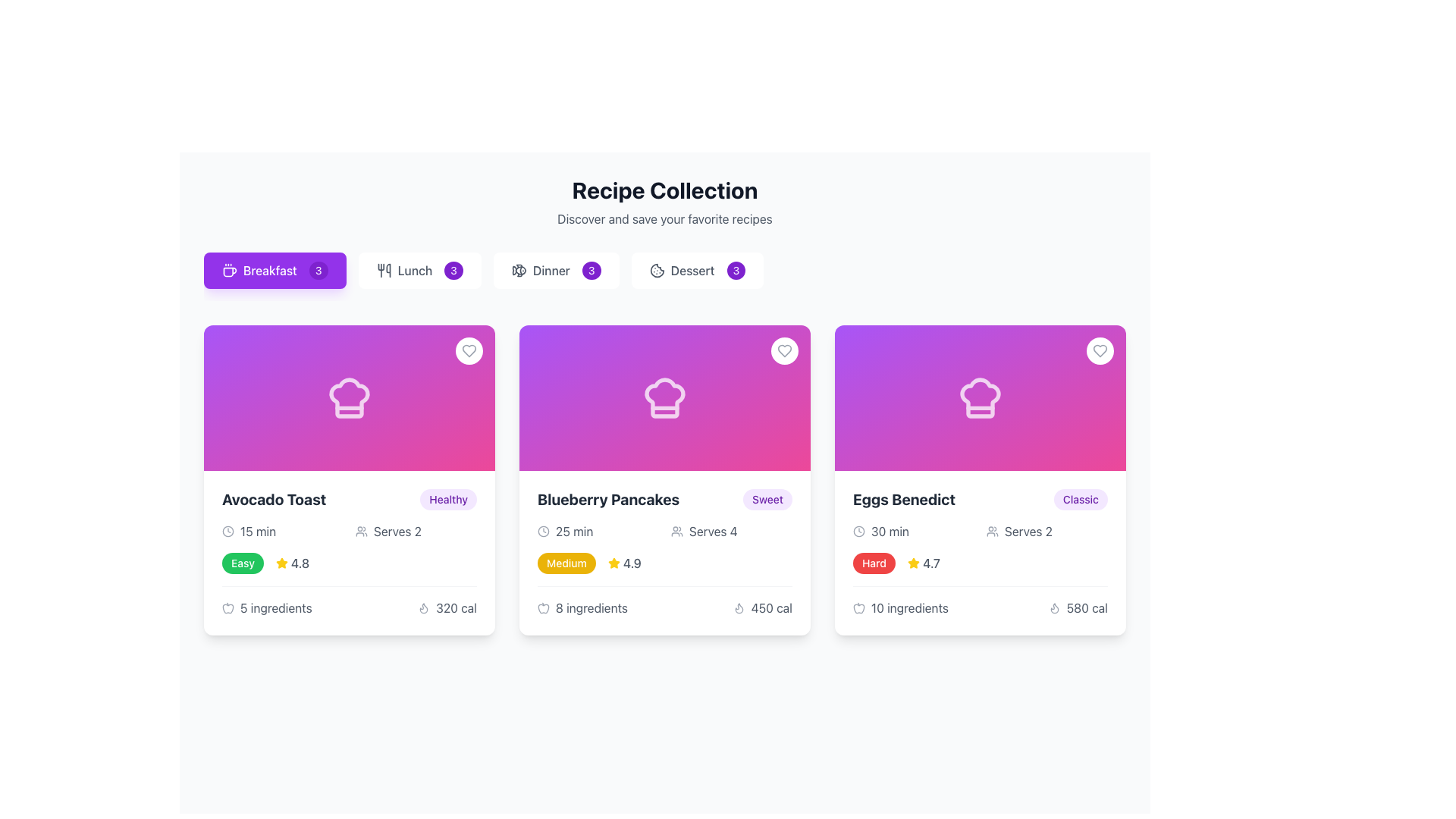 The height and width of the screenshot is (819, 1456). Describe the element at coordinates (665, 201) in the screenshot. I see `the heading and introductory text element that provides context about the collection of recipes` at that location.